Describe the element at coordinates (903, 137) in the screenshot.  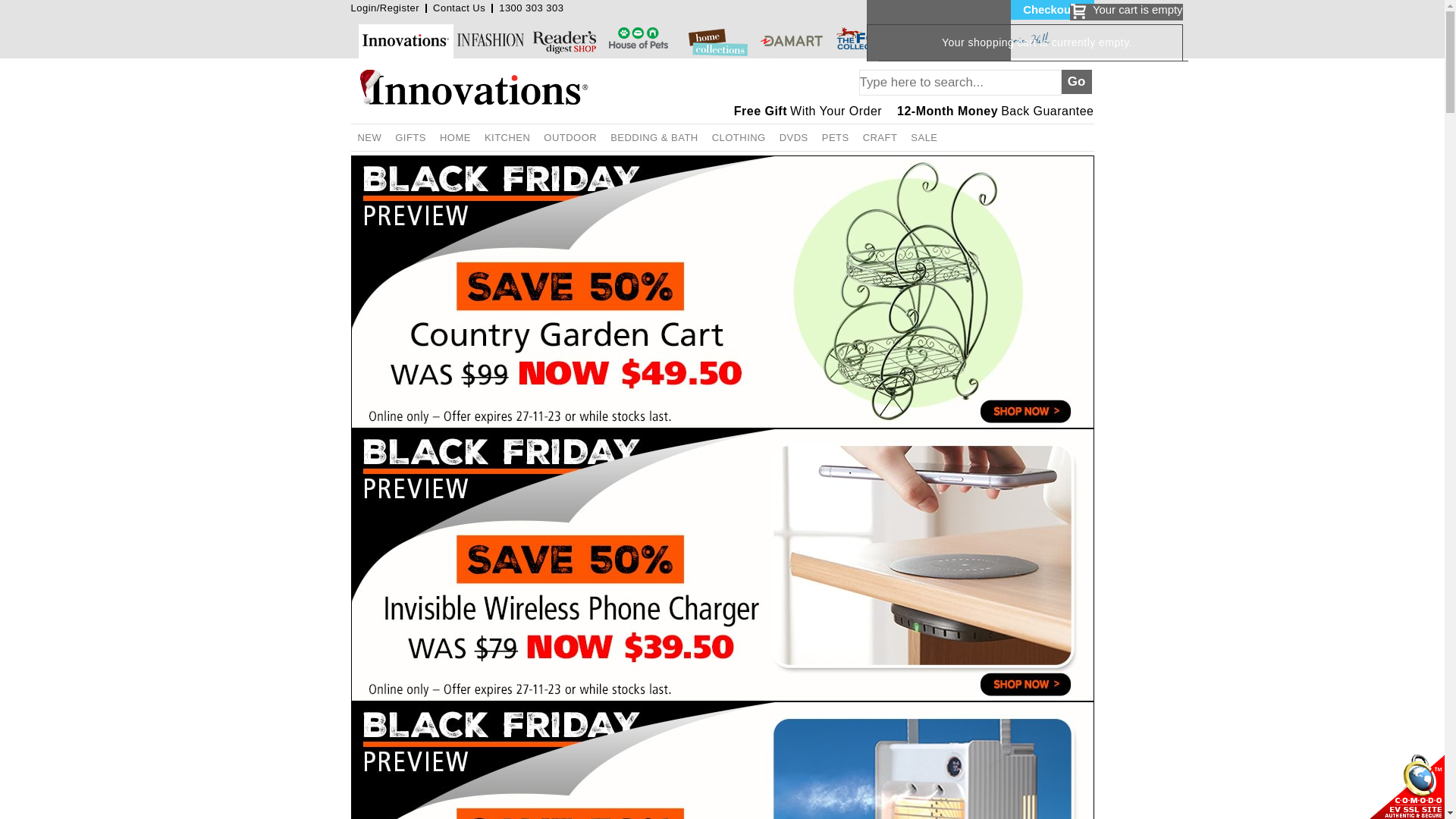
I see `'SALE'` at that location.